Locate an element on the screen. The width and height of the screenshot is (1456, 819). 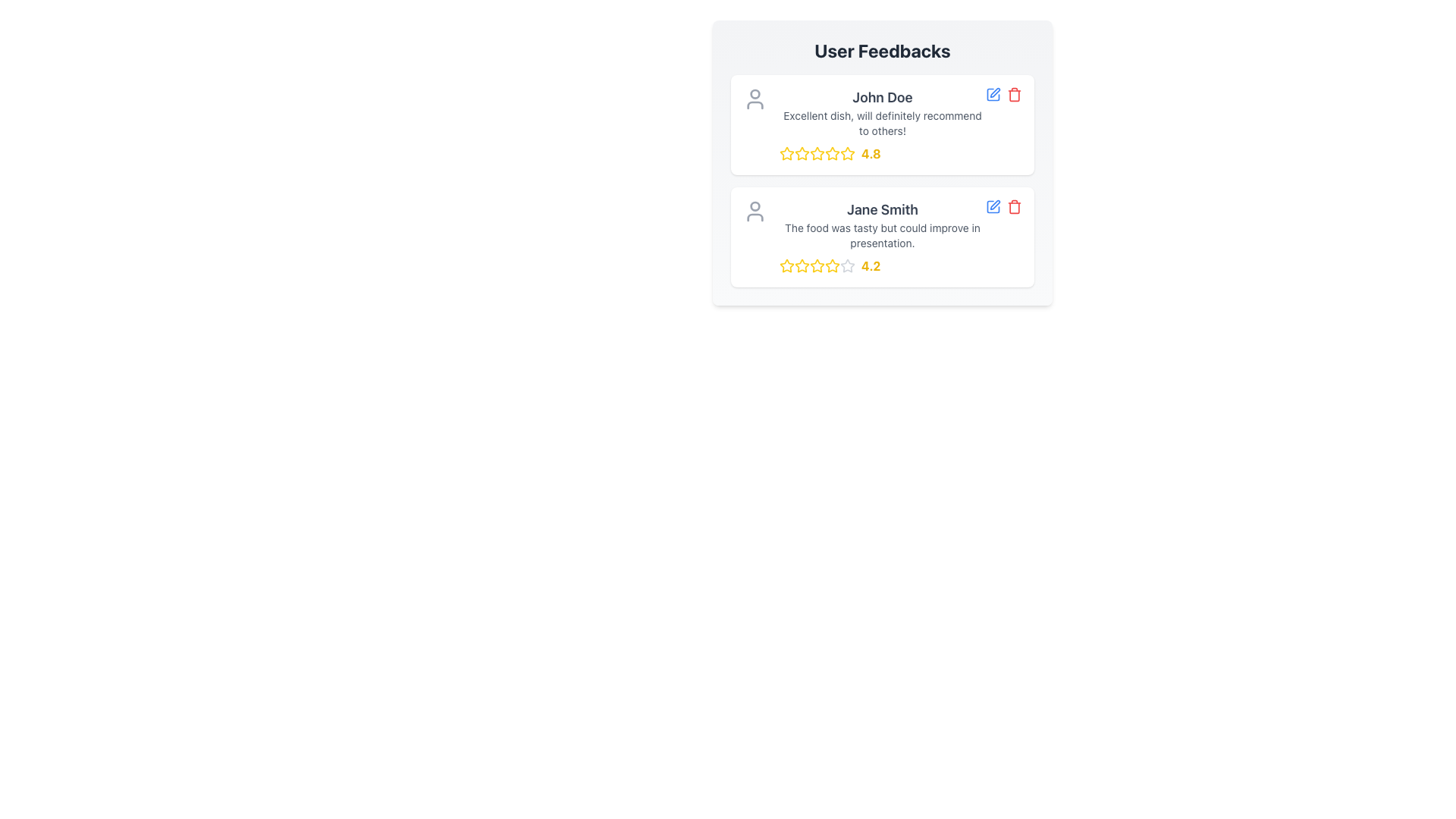
the first star in the rating system below 'John Doe' to register a rating is located at coordinates (786, 154).